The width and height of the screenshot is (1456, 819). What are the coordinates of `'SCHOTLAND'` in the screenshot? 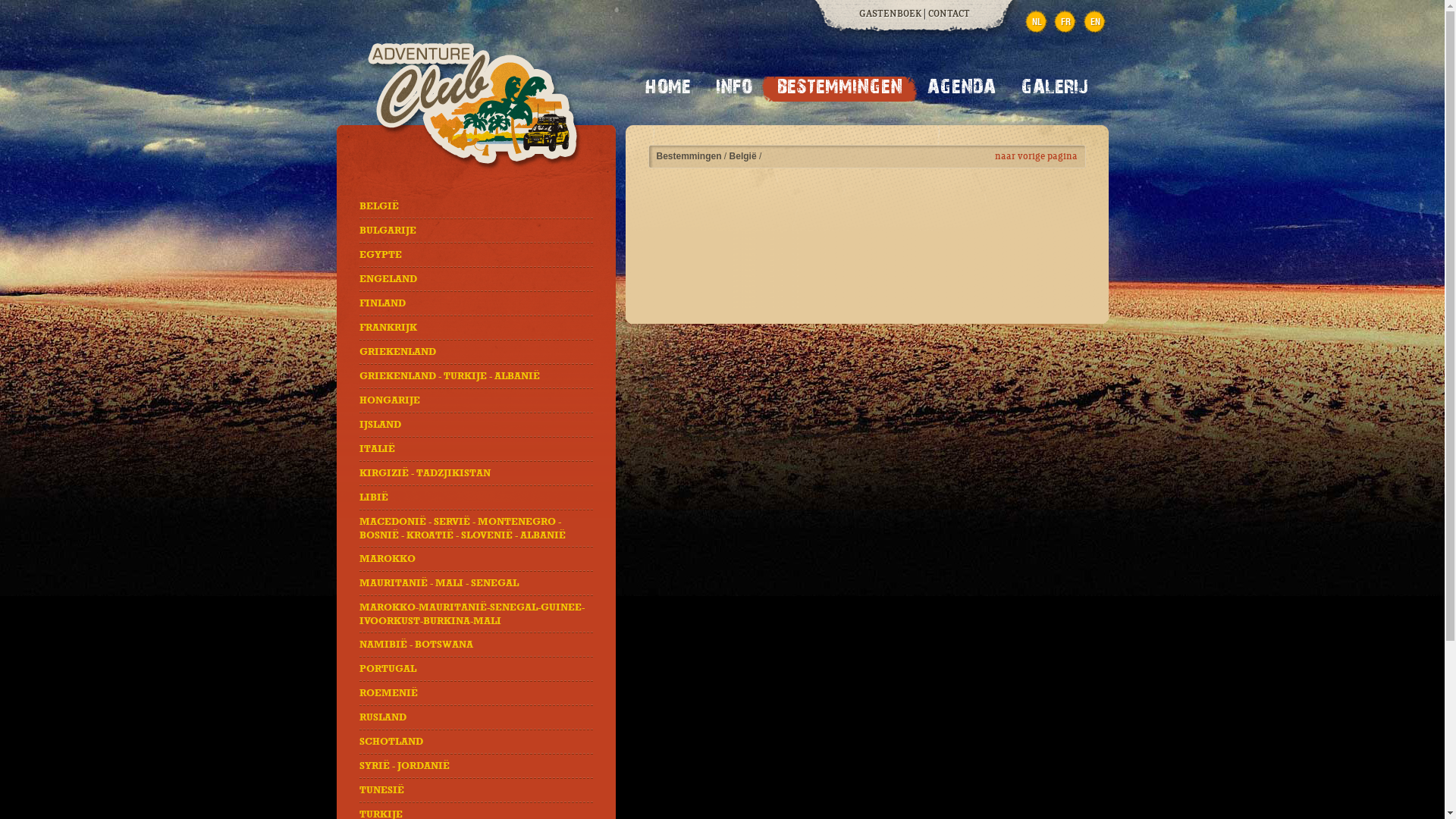 It's located at (391, 741).